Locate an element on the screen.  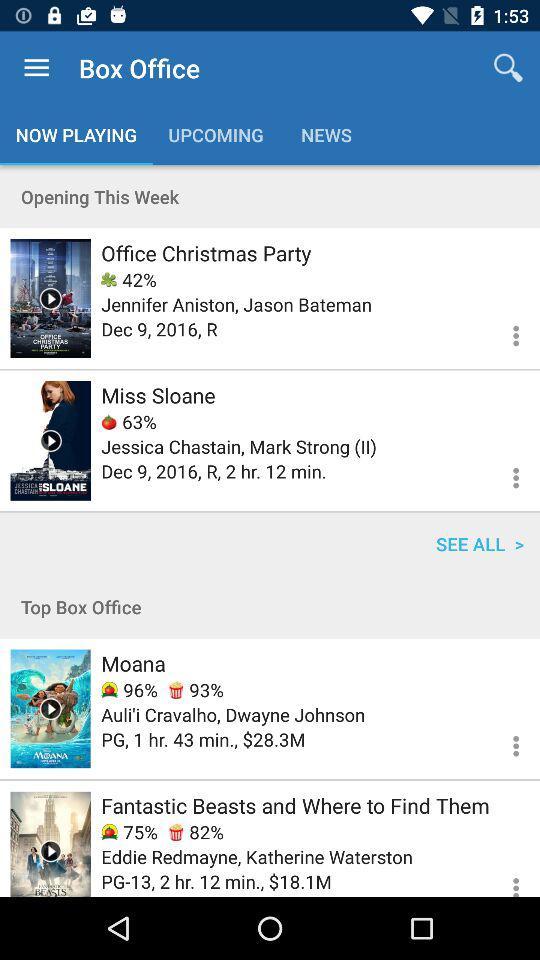
app next to the box office item is located at coordinates (36, 68).